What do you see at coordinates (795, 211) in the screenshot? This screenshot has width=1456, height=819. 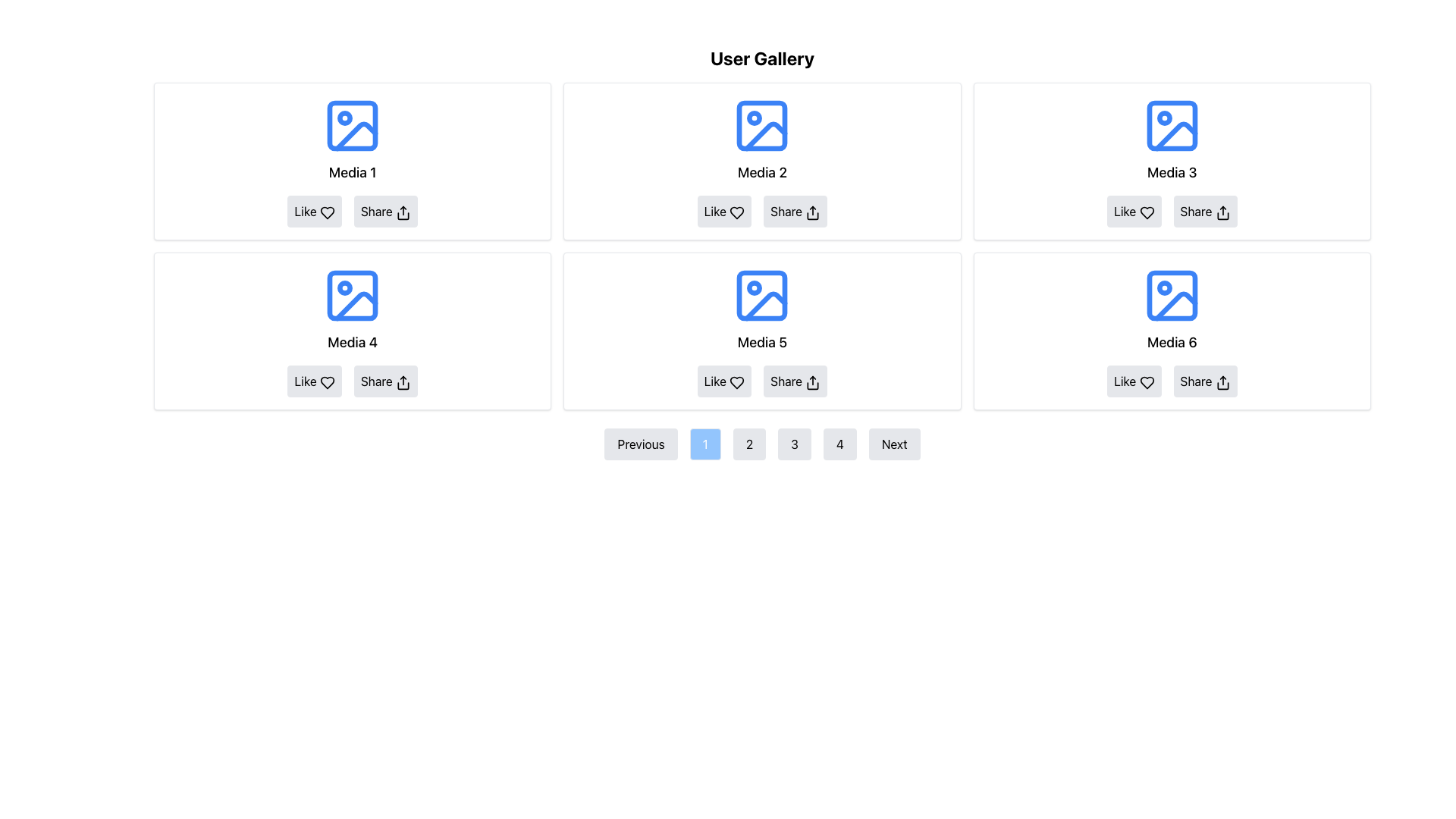 I see `the share button located in the second media card of the gallery, positioned below the 'Media 2' label and to the right of the 'Like' button` at bounding box center [795, 211].